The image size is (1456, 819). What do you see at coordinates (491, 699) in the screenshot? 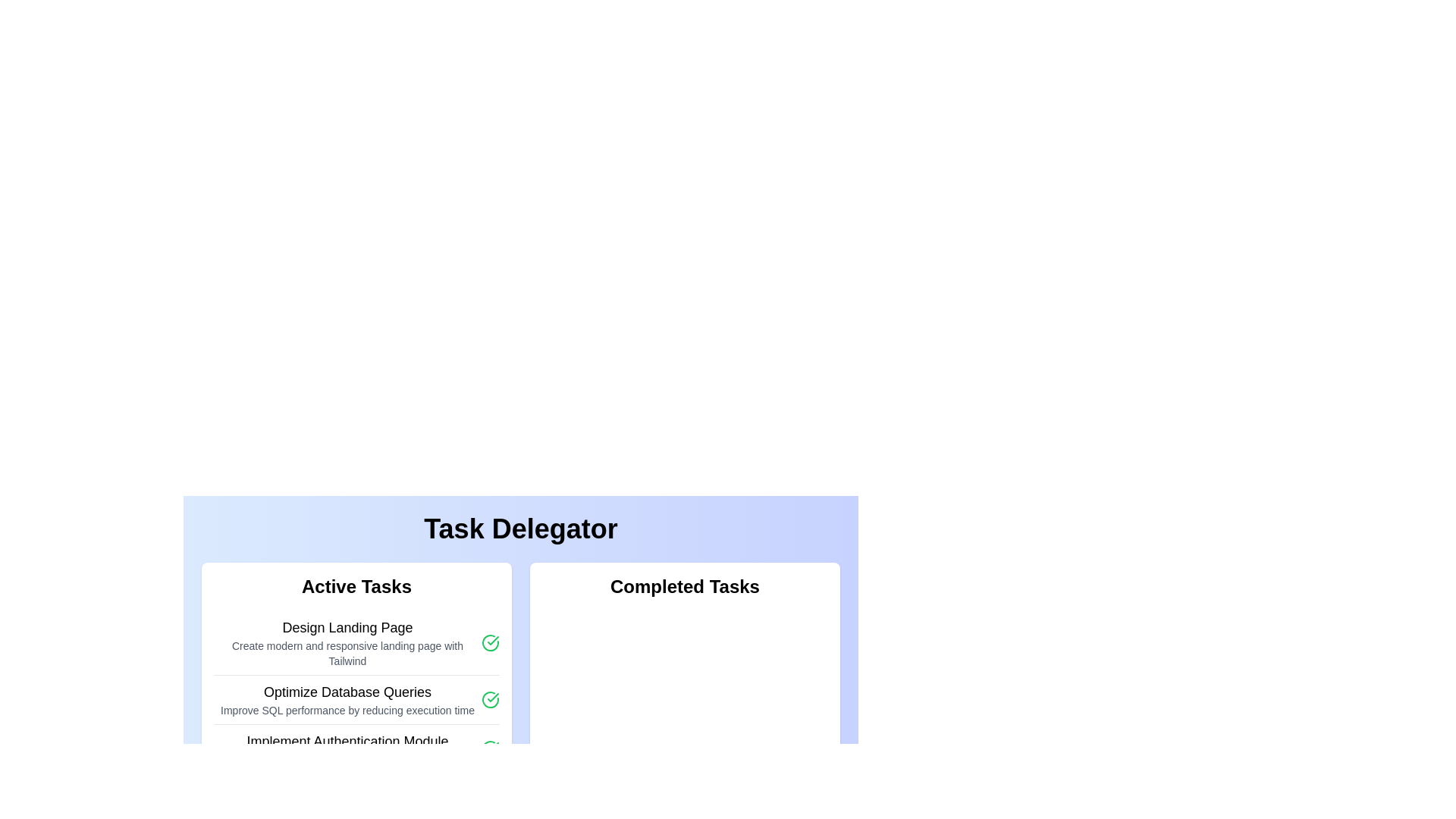
I see `the interactive status indicator icon located to the right of the text 'Optimize Database Queries' in the second row under the 'Active Tasks' column of the 'Task Delegator' section` at bounding box center [491, 699].